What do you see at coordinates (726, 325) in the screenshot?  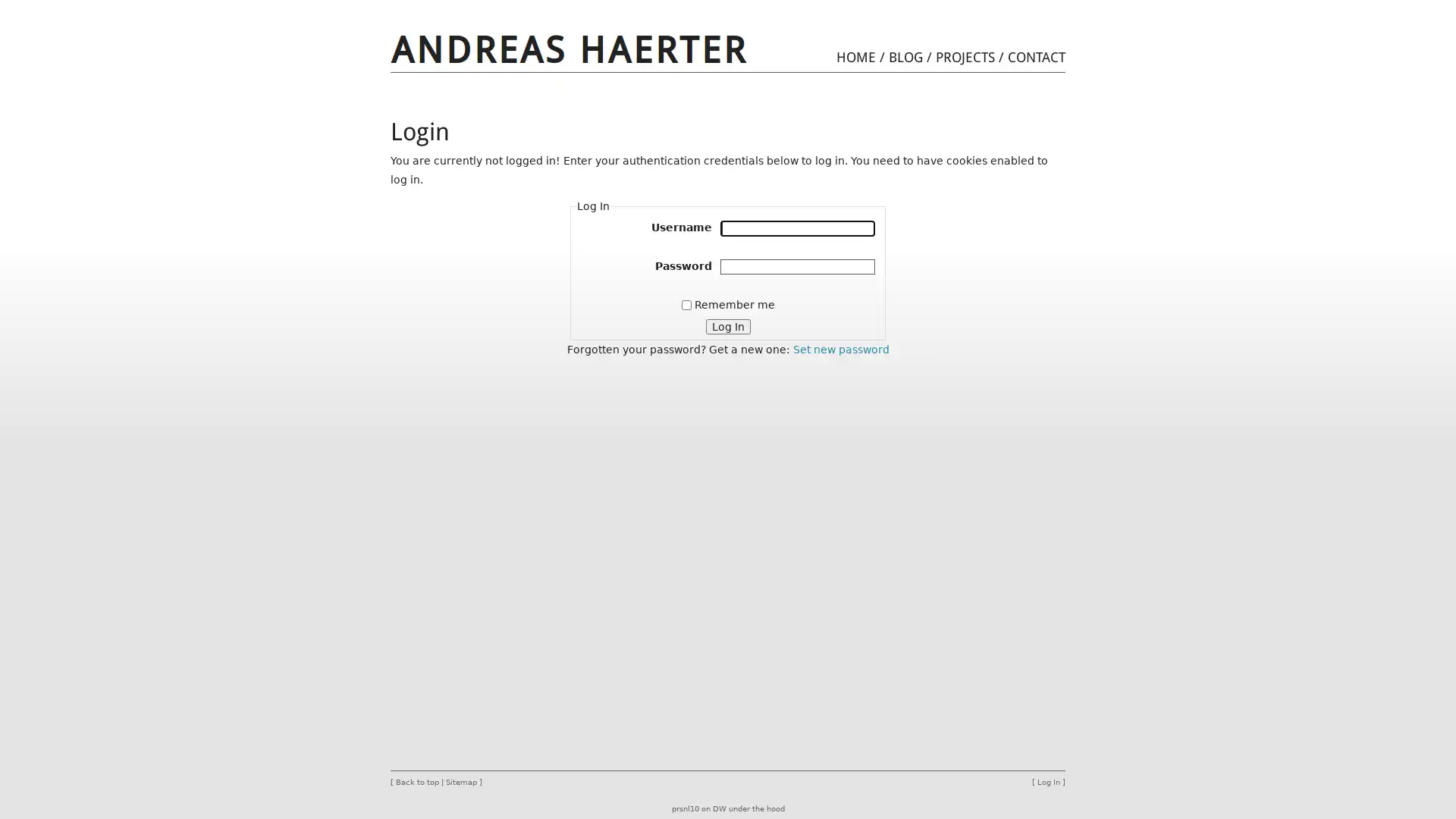 I see `Log In` at bounding box center [726, 325].